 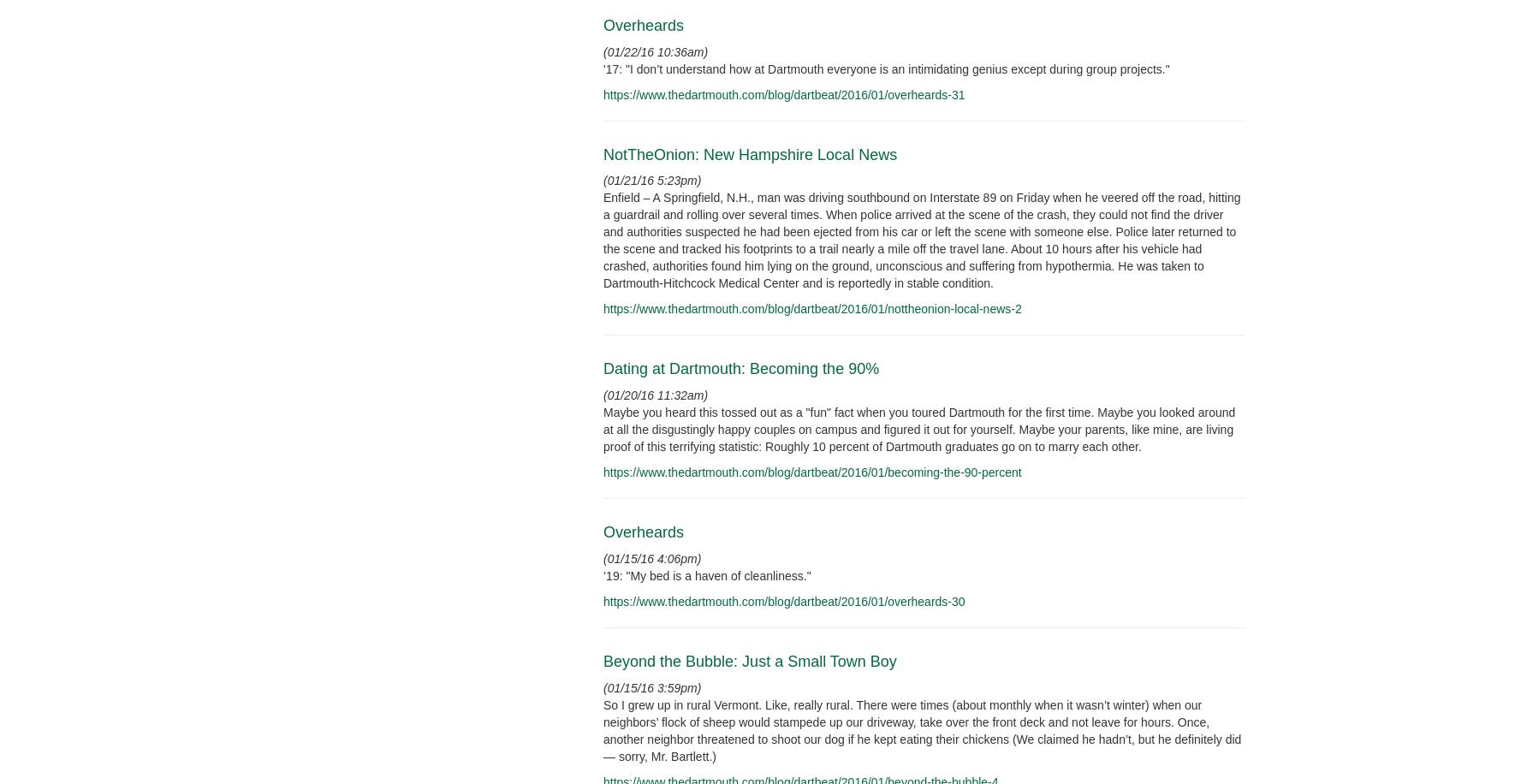 I want to click on 'https://www.thedartmouth.com/blog/dartbeat/2016/01/nottheonion-local-news-2', so click(x=811, y=308).